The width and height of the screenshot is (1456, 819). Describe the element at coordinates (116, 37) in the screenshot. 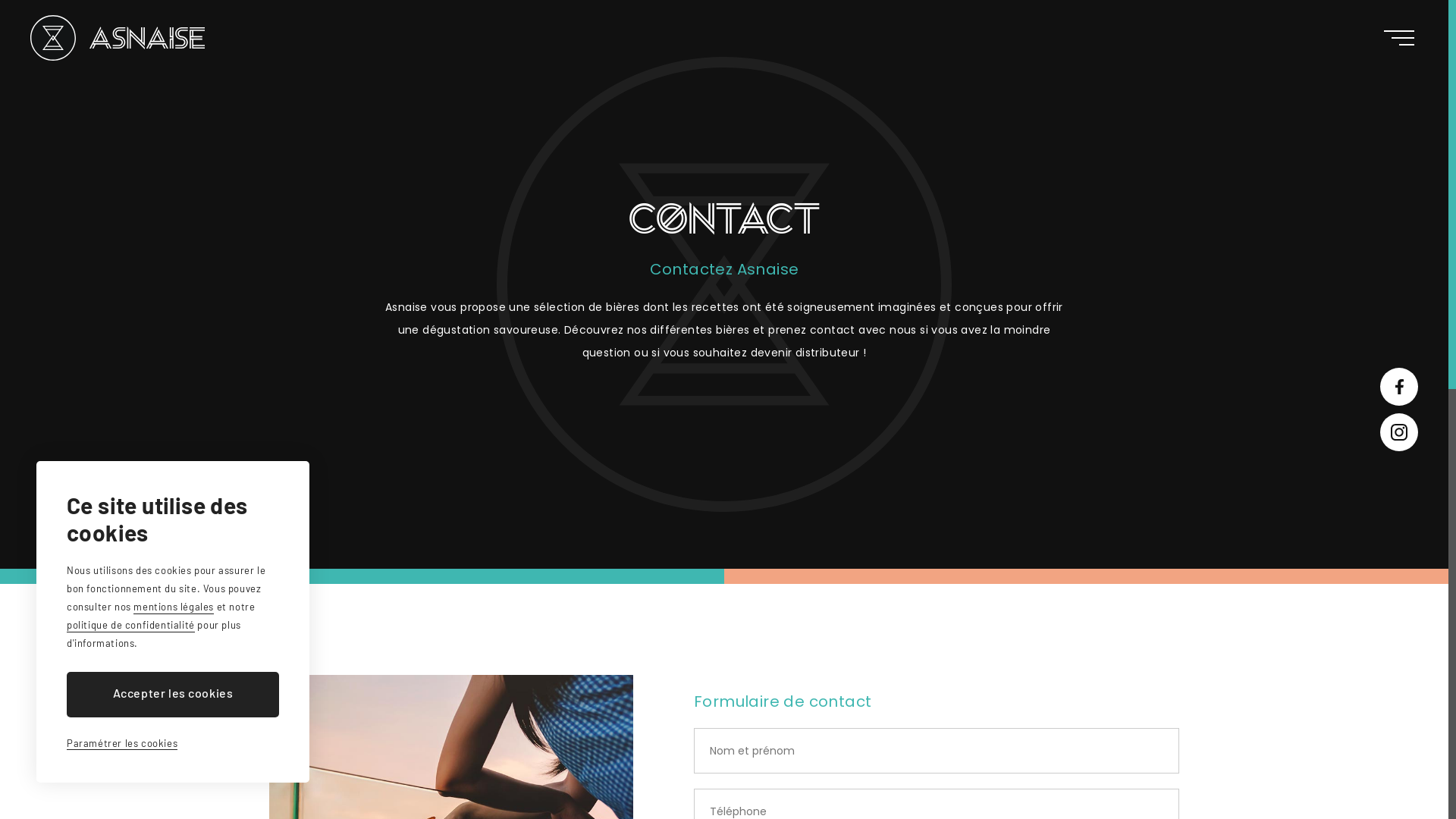

I see `'Asnaise'` at that location.